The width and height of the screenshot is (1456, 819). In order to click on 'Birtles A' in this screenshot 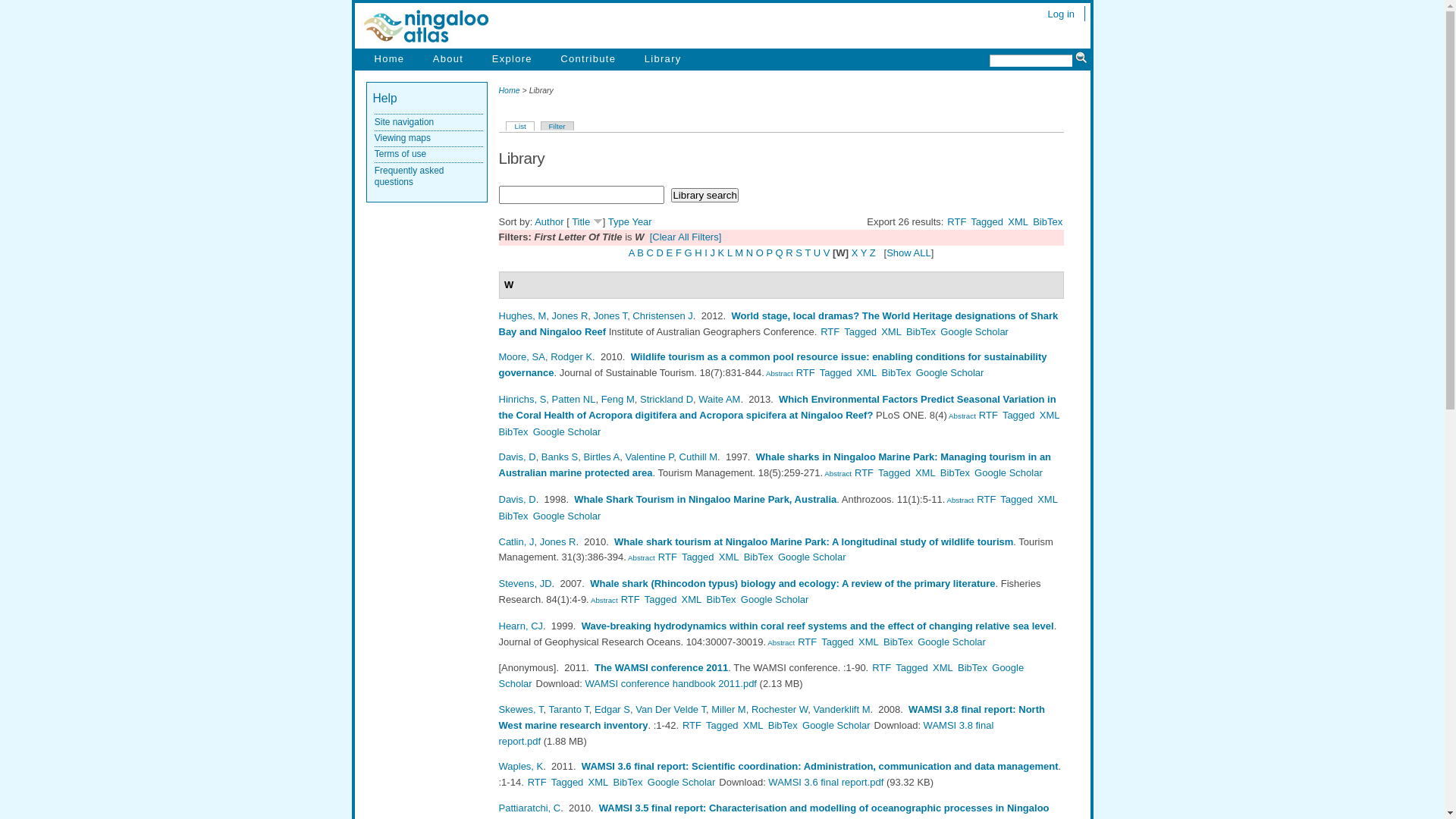, I will do `click(601, 456)`.